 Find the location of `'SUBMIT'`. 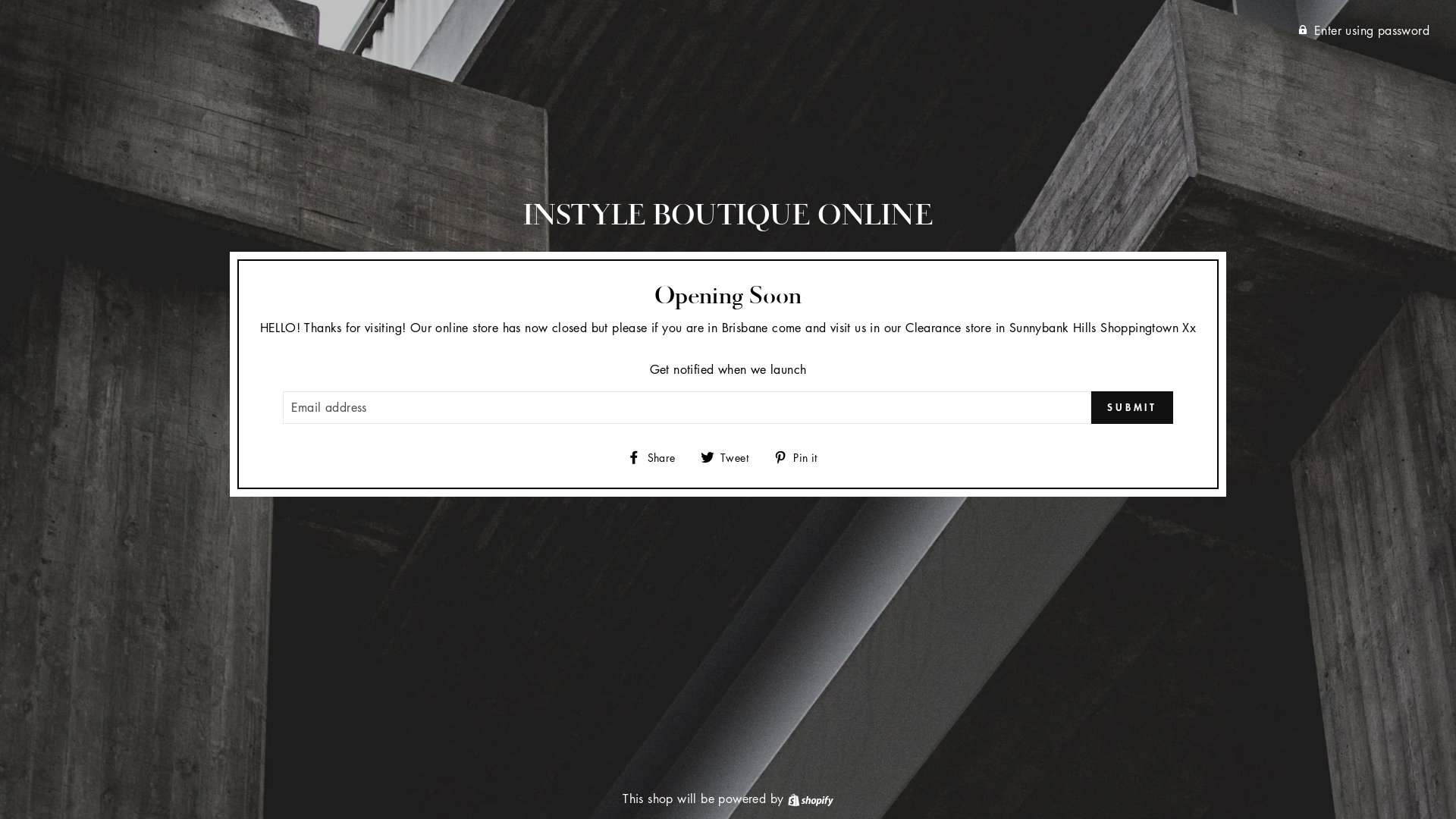

'SUBMIT' is located at coordinates (1131, 406).